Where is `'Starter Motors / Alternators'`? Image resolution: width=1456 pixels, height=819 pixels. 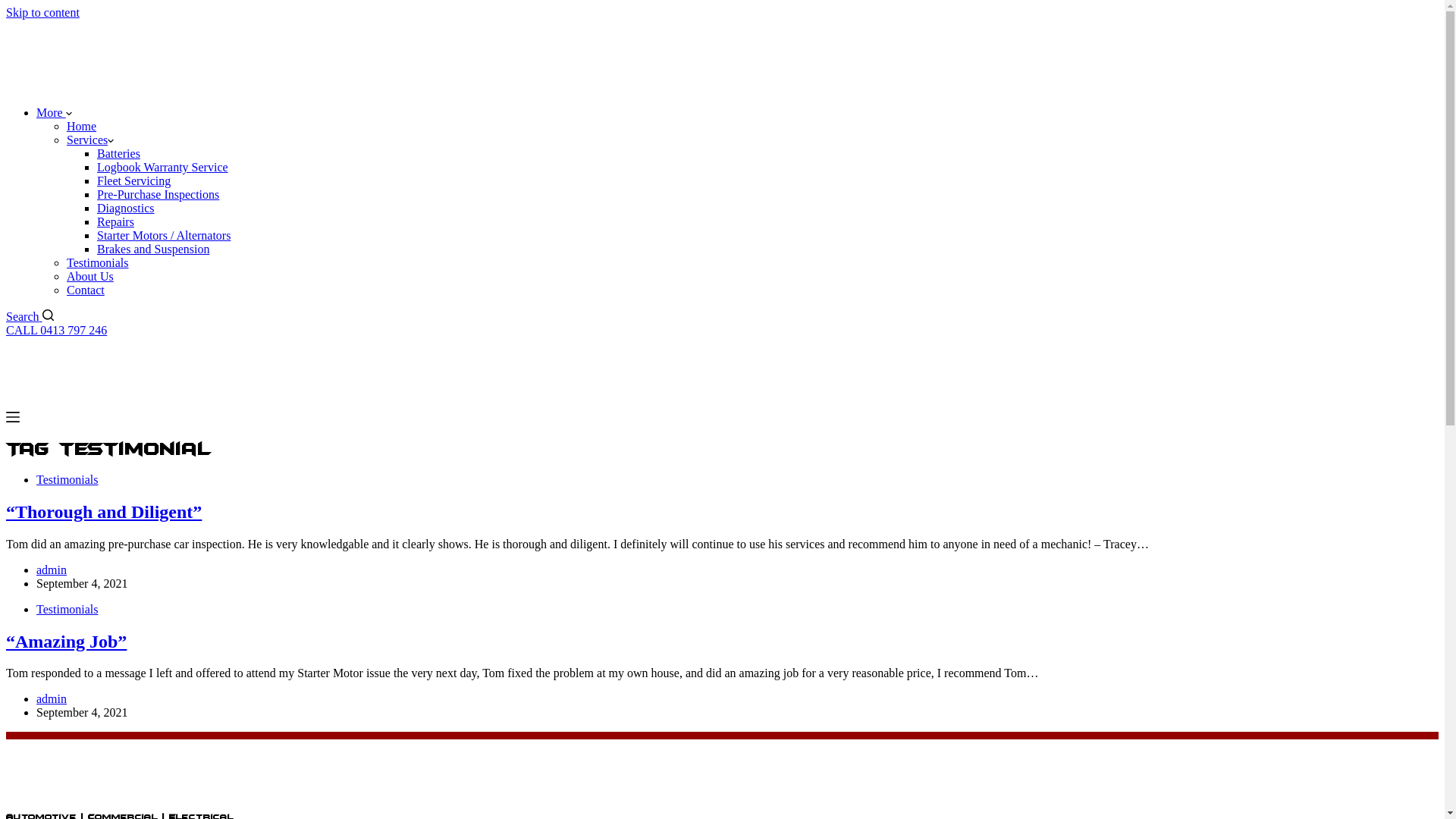
'Starter Motors / Alternators' is located at coordinates (96, 235).